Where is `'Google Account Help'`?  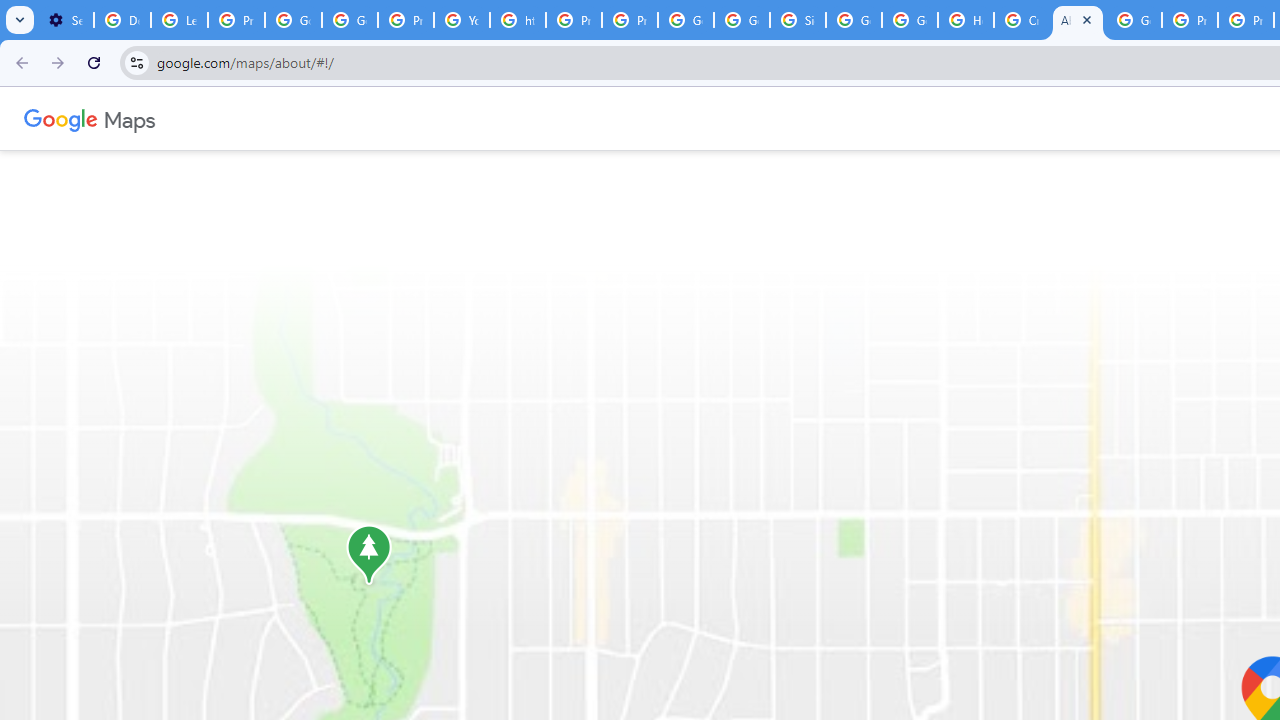 'Google Account Help' is located at coordinates (292, 20).